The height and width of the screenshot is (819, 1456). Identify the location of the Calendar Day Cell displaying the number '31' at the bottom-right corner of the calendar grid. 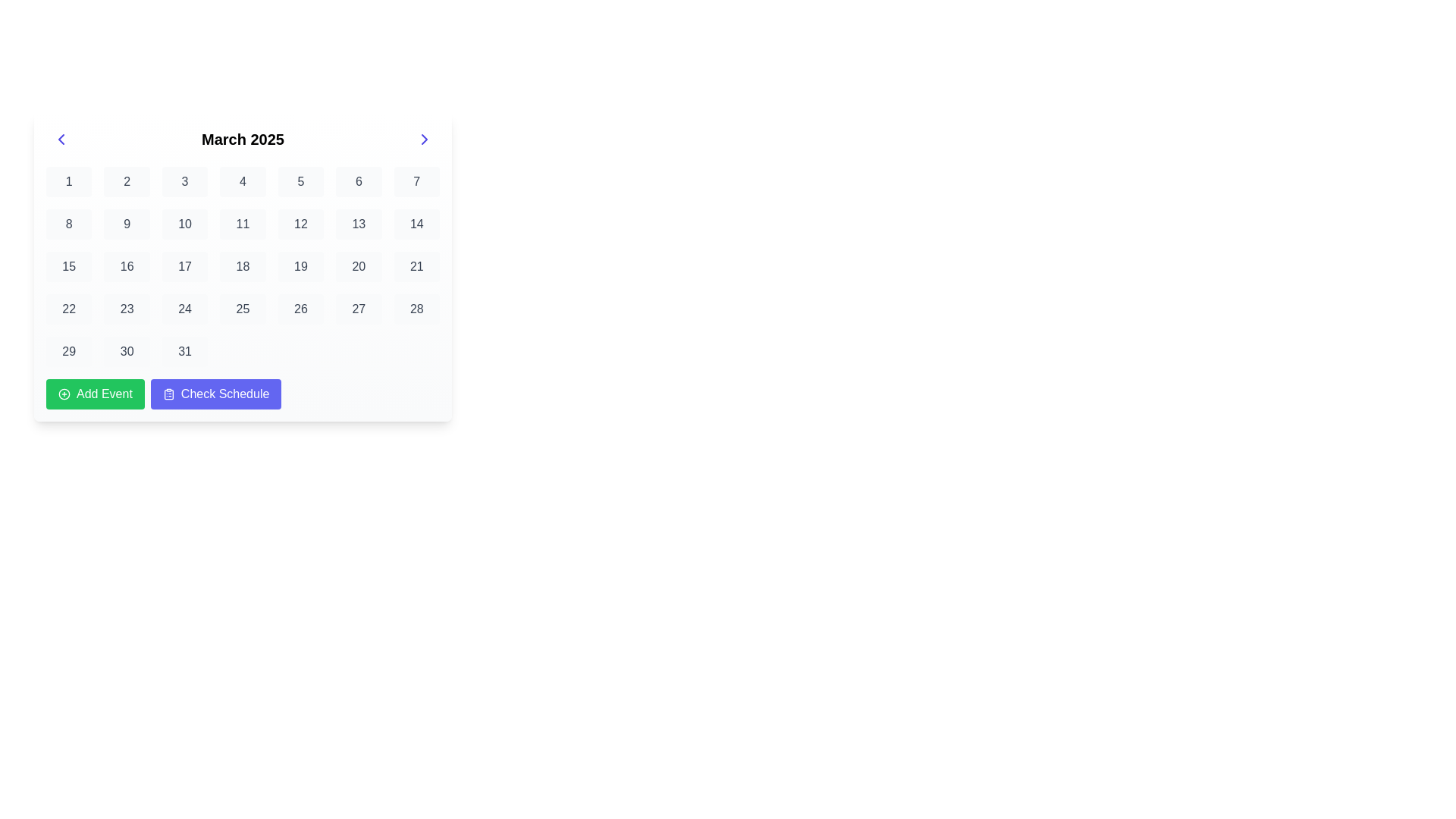
(184, 351).